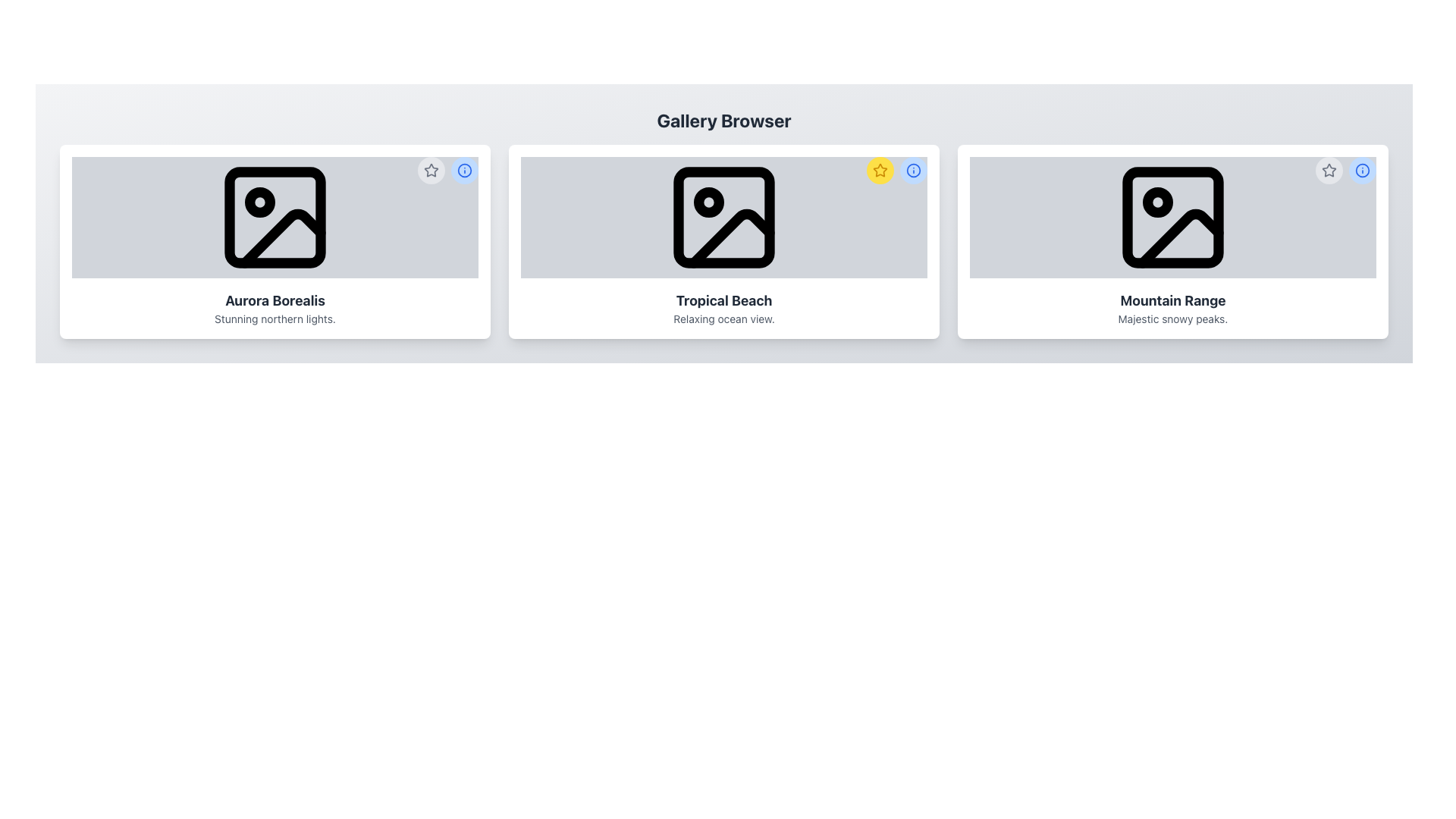 The image size is (1456, 819). I want to click on the star icon button located in the top-right corner of the 'Mountain Range' card, so click(1328, 170).